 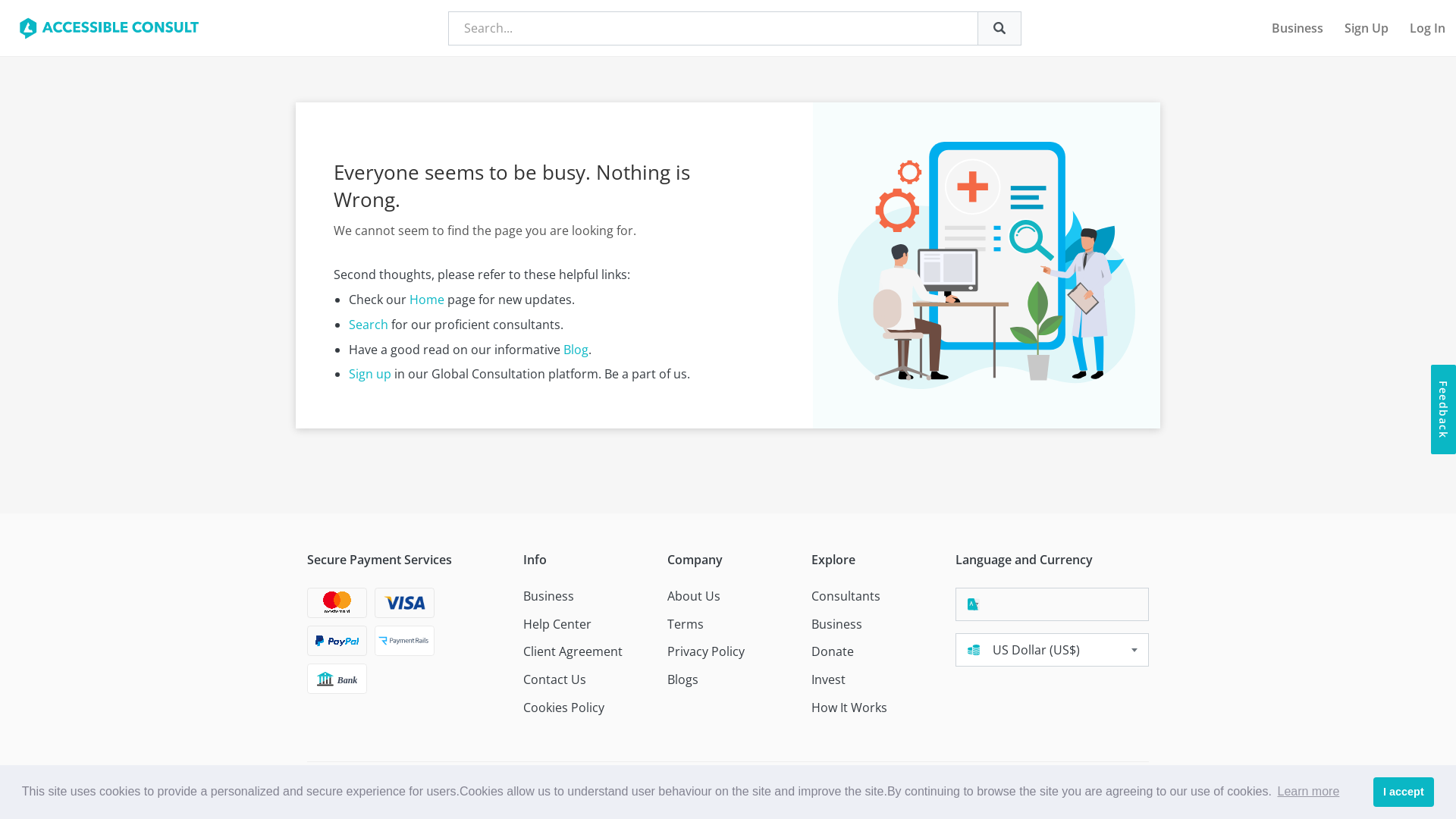 What do you see at coordinates (554, 679) in the screenshot?
I see `'Contact Us'` at bounding box center [554, 679].